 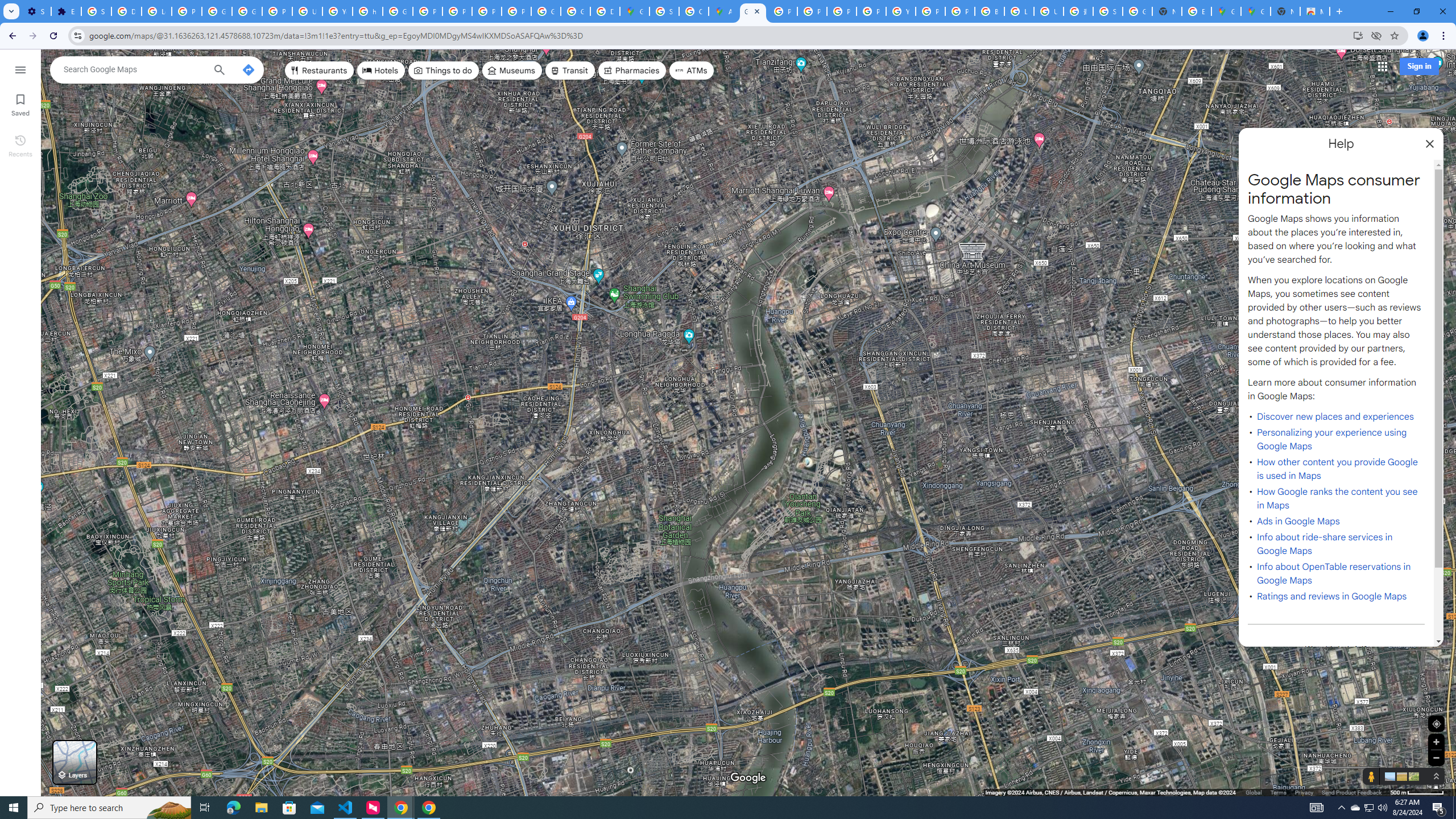 What do you see at coordinates (1417, 792) in the screenshot?
I see `'500 m'` at bounding box center [1417, 792].